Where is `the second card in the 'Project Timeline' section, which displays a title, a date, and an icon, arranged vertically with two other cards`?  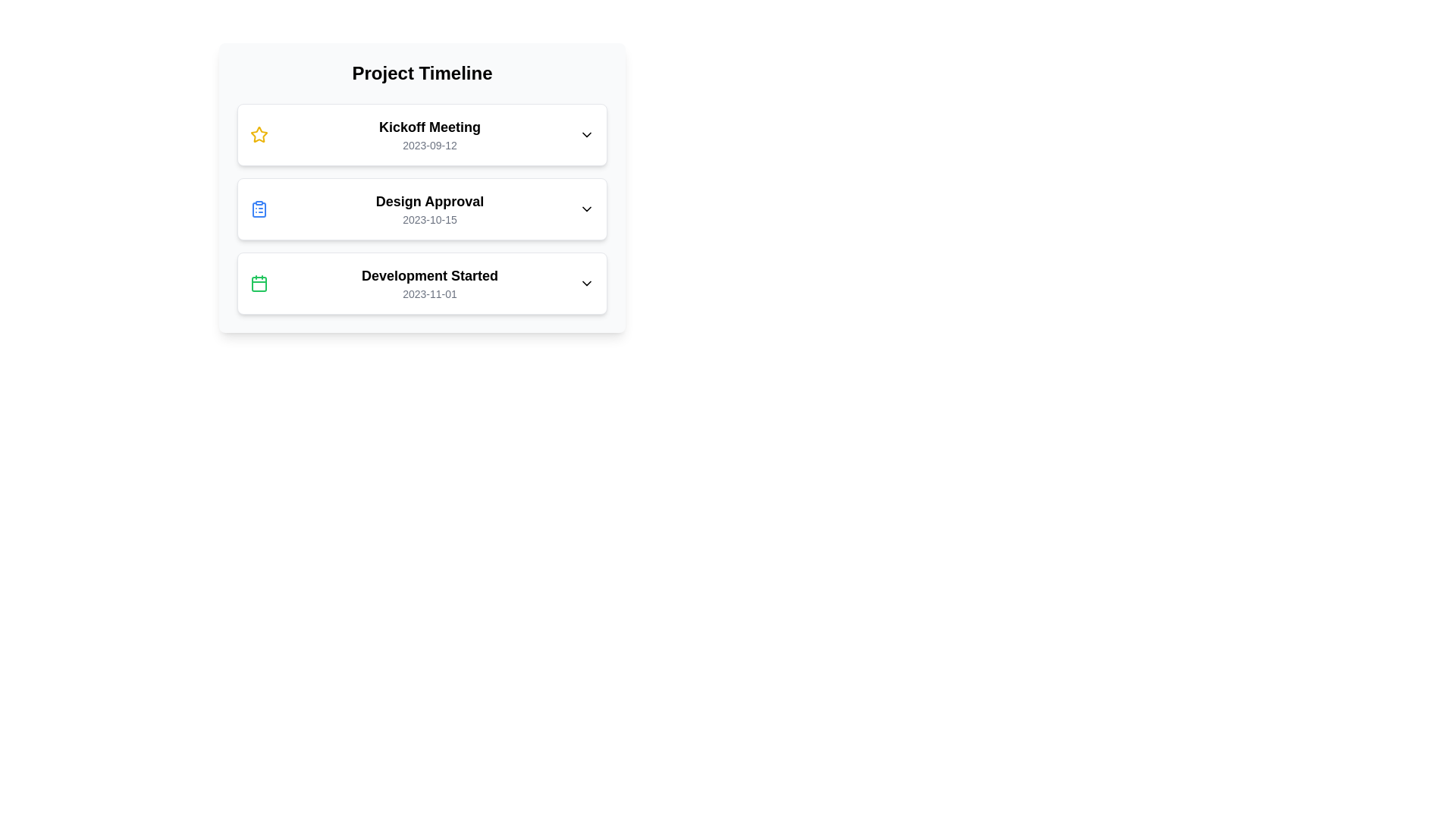 the second card in the 'Project Timeline' section, which displays a title, a date, and an icon, arranged vertically with two other cards is located at coordinates (422, 209).